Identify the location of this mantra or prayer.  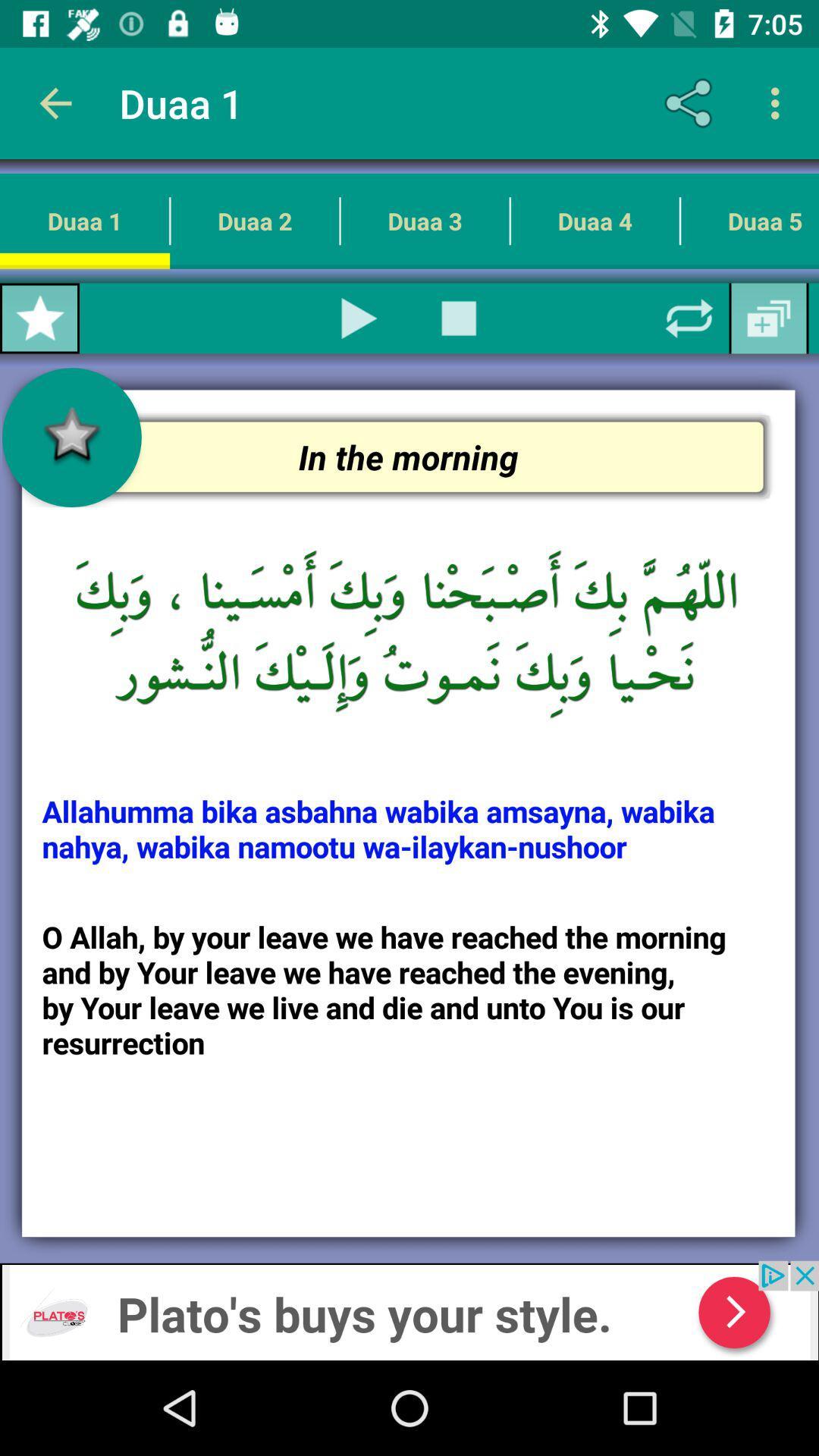
(359, 318).